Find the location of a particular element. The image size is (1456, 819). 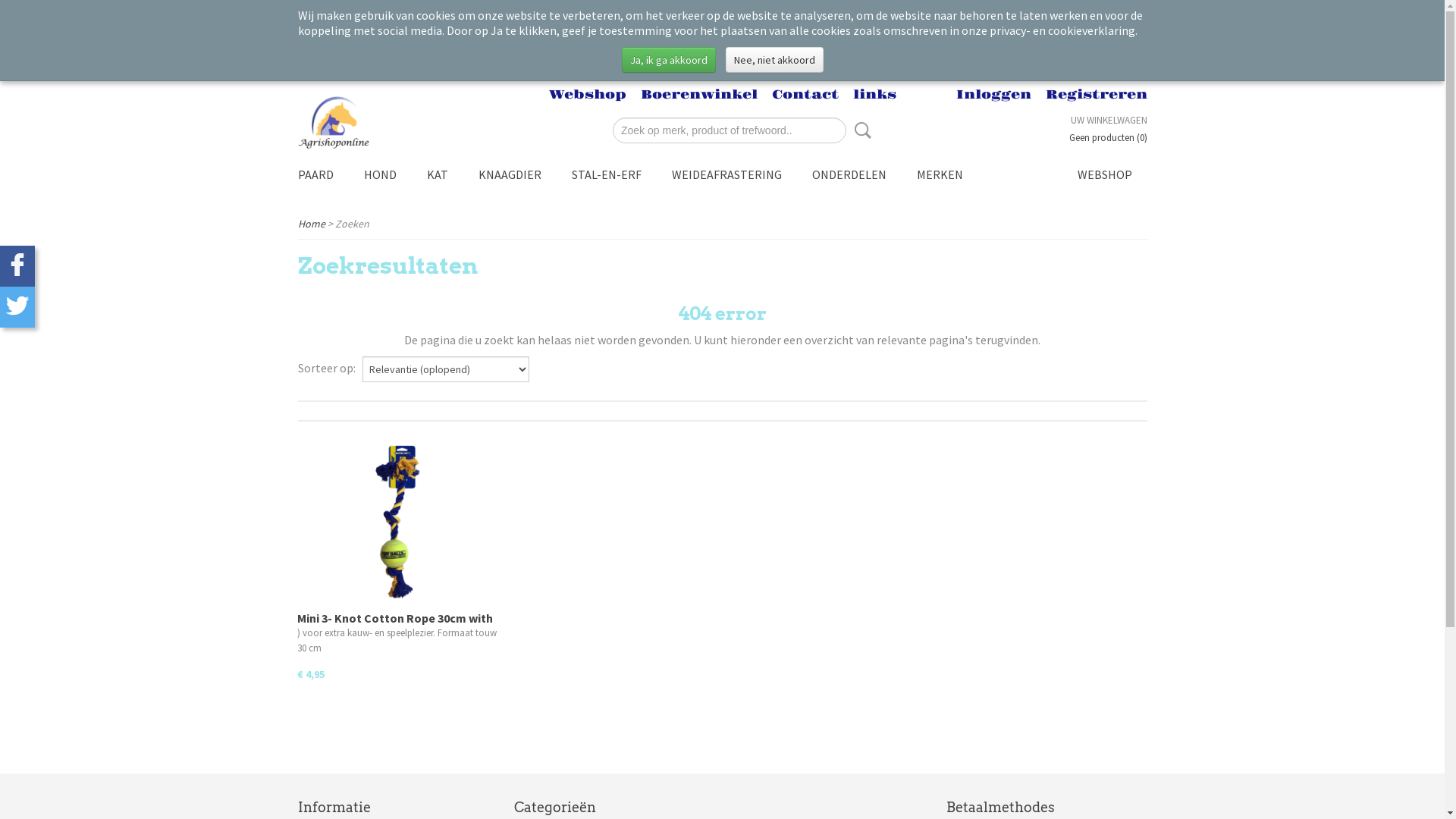

'Zoeken' is located at coordinates (859, 130).